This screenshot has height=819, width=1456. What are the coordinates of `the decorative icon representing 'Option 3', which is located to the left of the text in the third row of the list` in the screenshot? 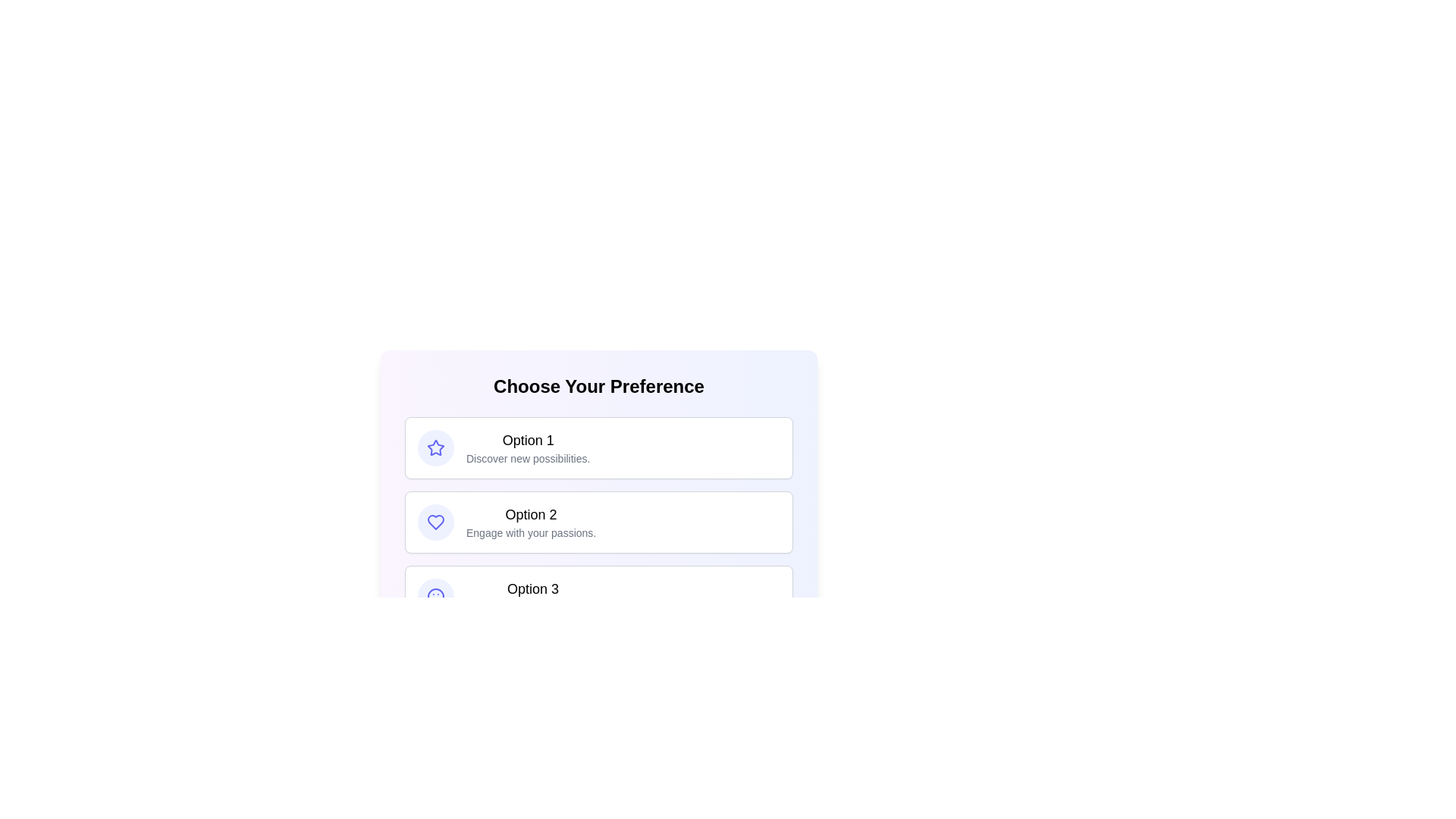 It's located at (435, 595).